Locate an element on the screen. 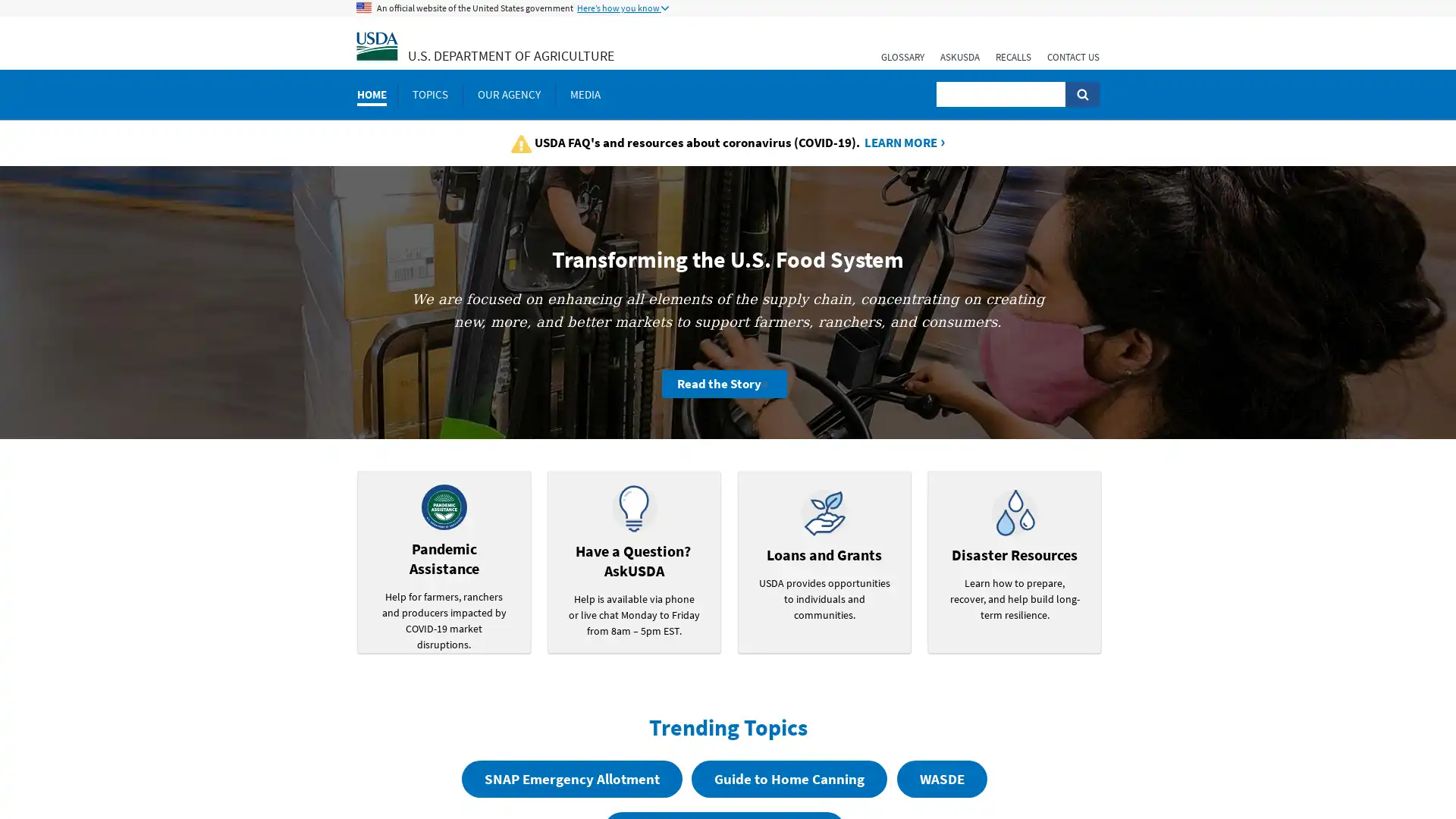 The height and width of the screenshot is (819, 1456). Search is located at coordinates (1081, 94).